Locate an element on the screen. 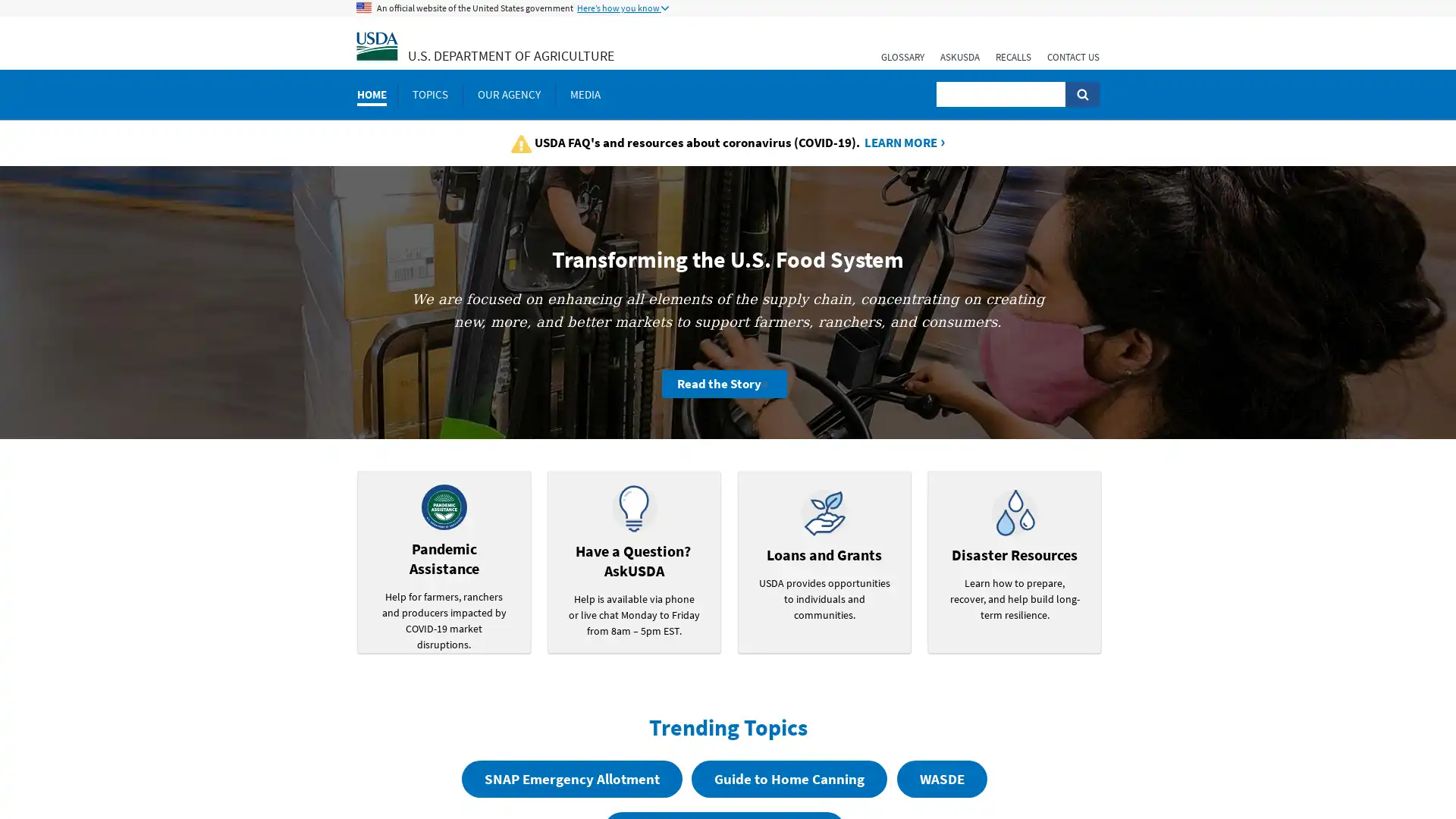 The height and width of the screenshot is (819, 1456). Search is located at coordinates (1081, 94).